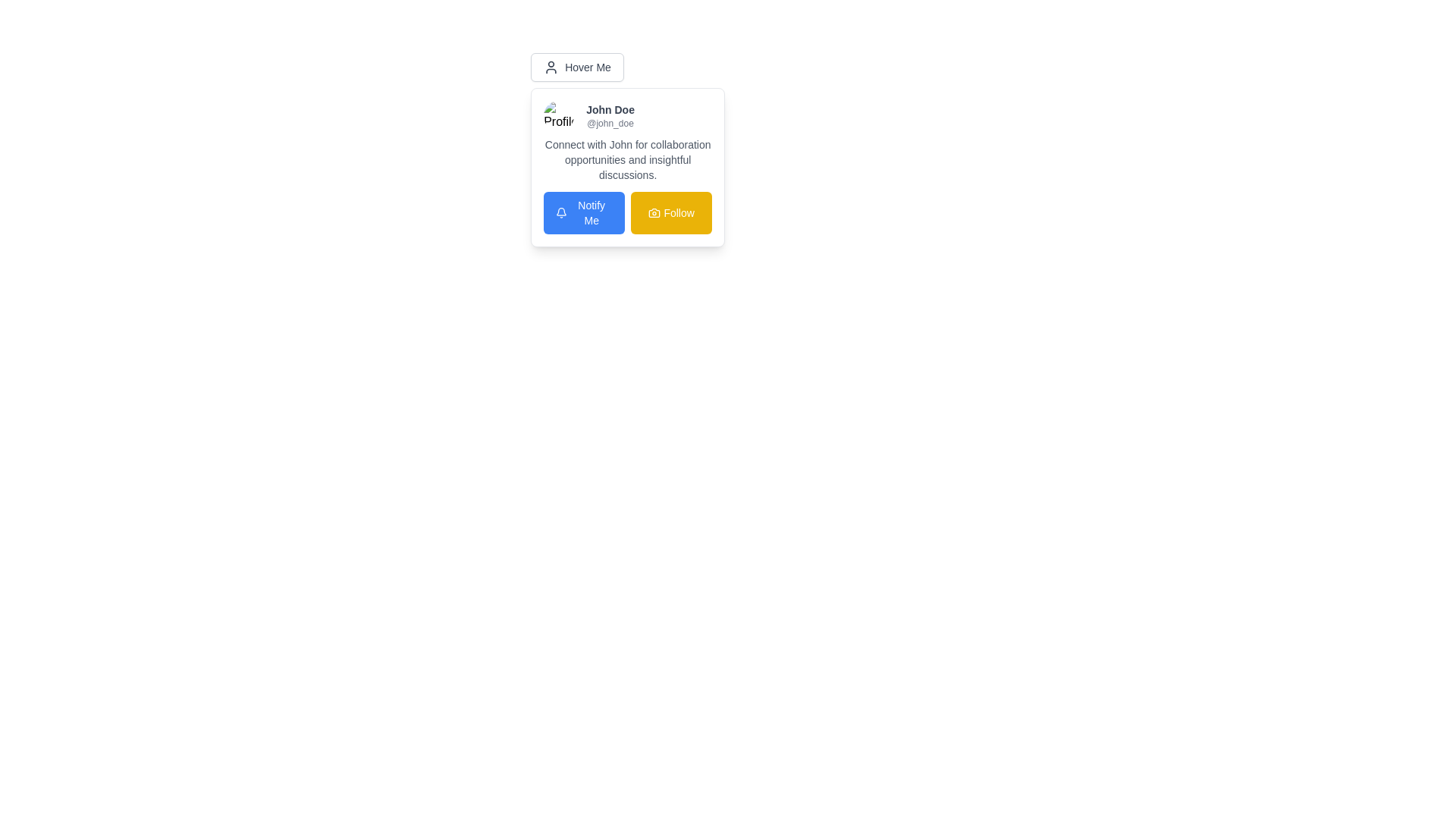  What do you see at coordinates (628, 115) in the screenshot?
I see `the user's full name in the User Profile Identifier` at bounding box center [628, 115].